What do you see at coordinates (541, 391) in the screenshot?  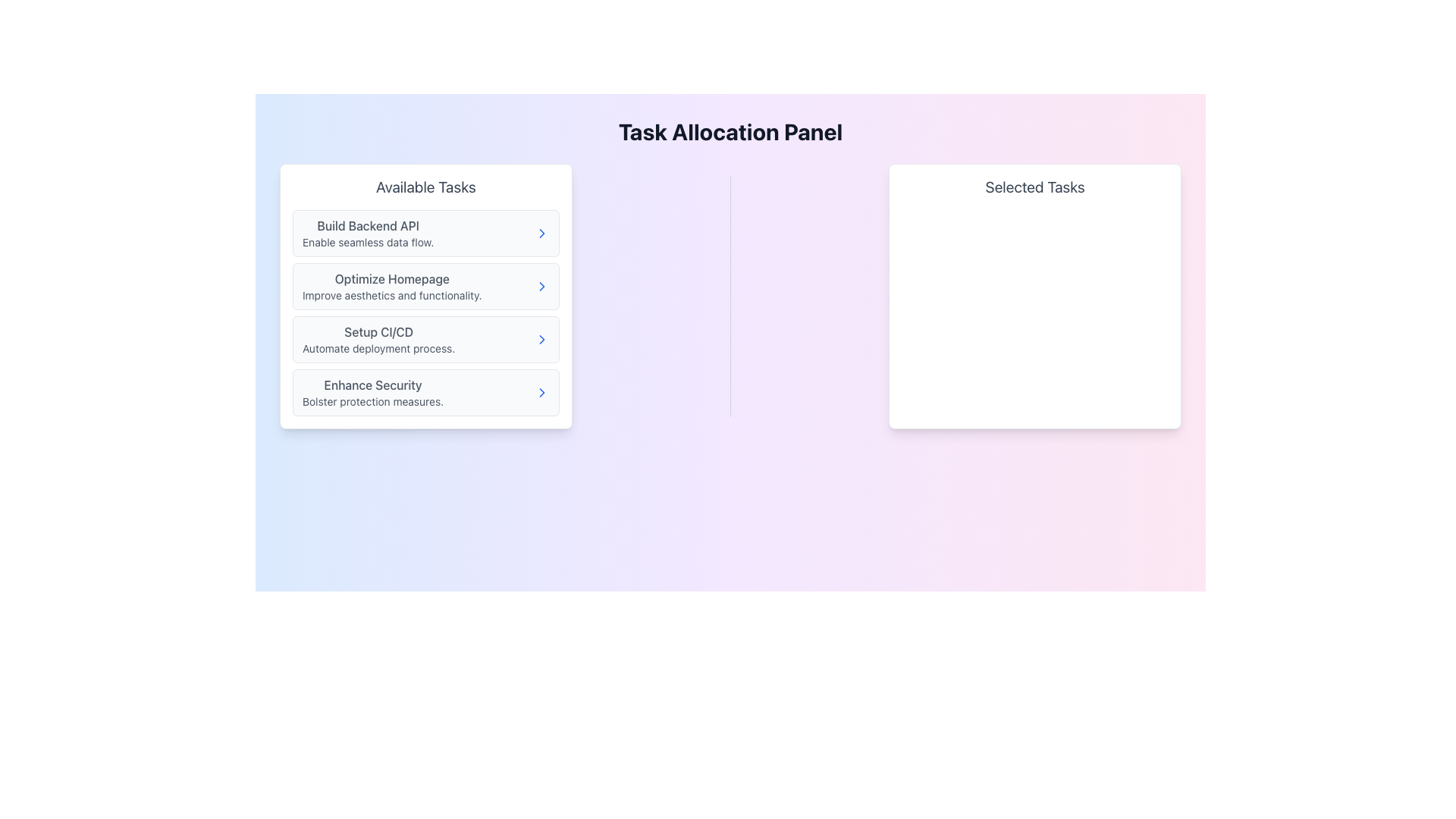 I see `the right-pointing chevron arrow button in the 'Enhance Security' list item` at bounding box center [541, 391].